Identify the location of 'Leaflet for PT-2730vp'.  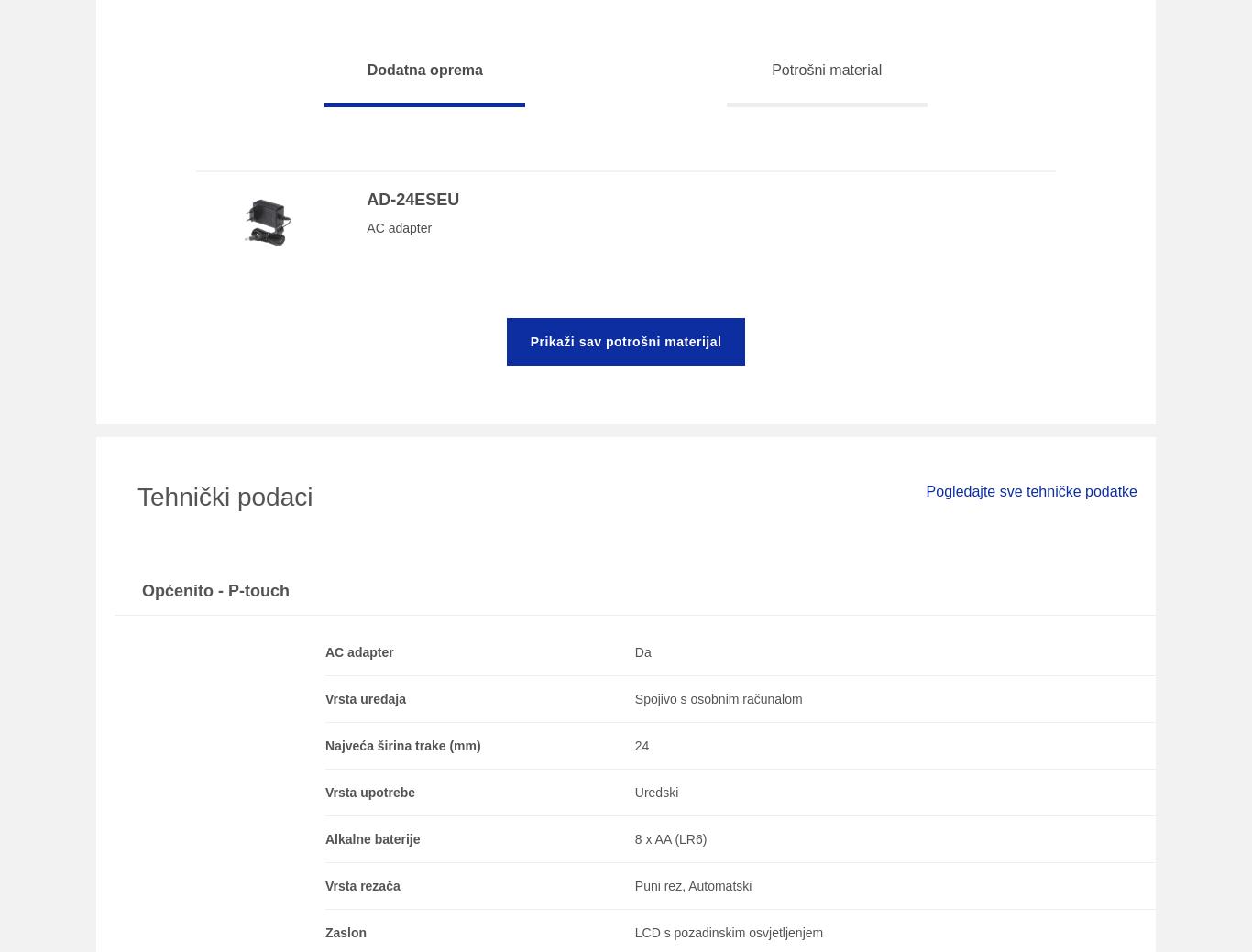
(150, 336).